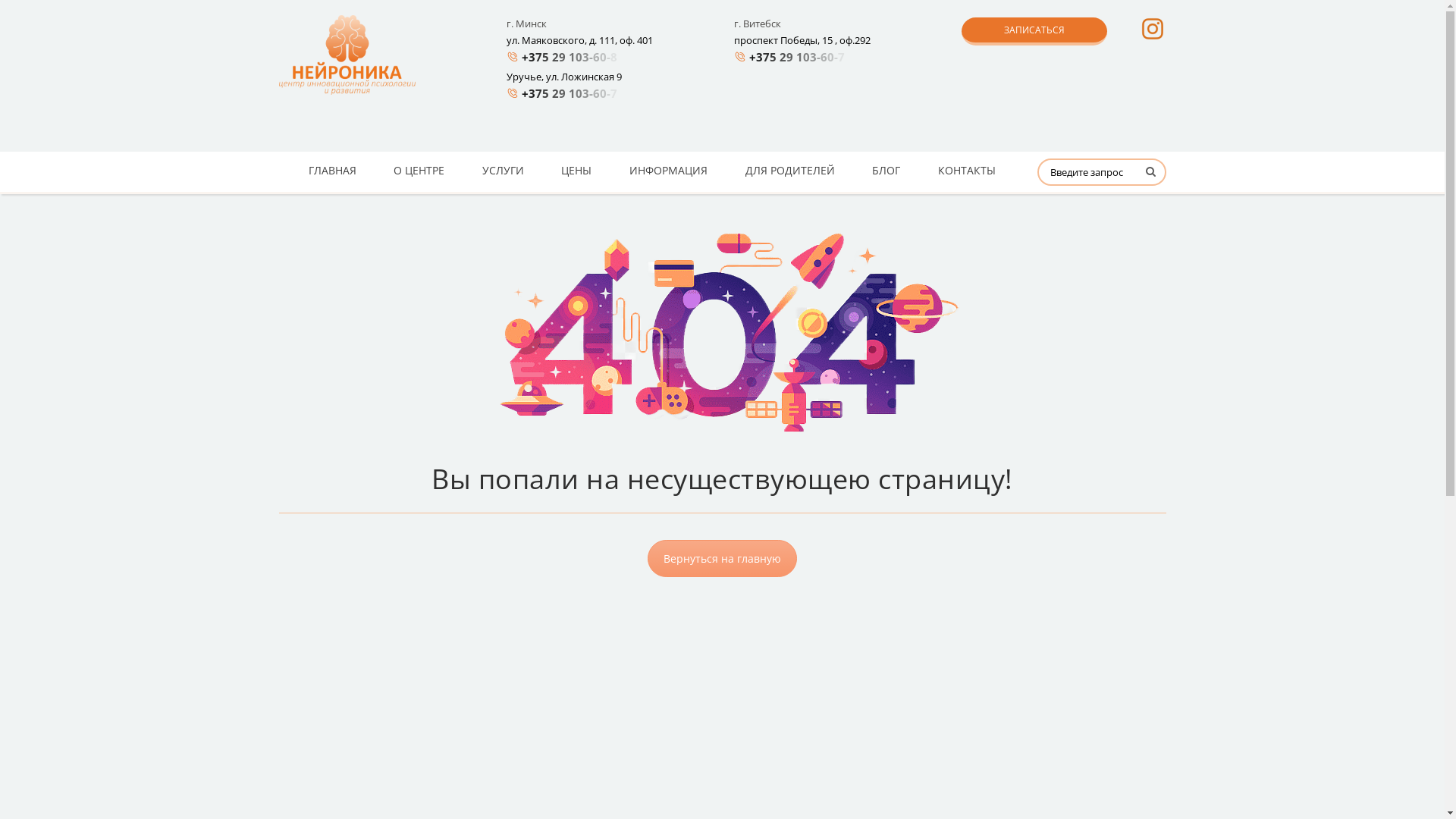 Image resolution: width=1456 pixels, height=819 pixels. What do you see at coordinates (572, 93) in the screenshot?
I see `'+375 29 103-60-7'` at bounding box center [572, 93].